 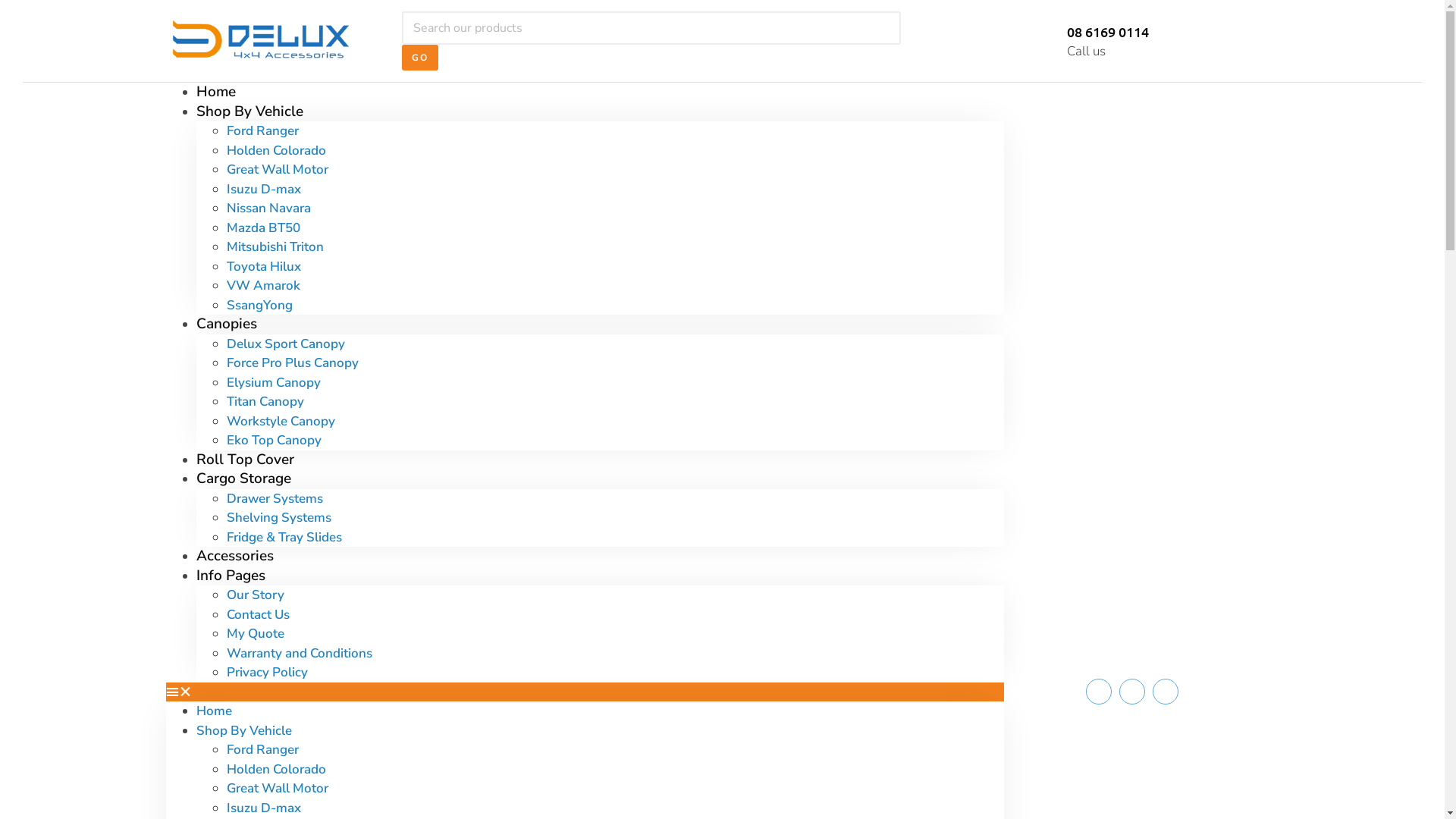 I want to click on 'Force Pro Plus Canopy', so click(x=291, y=362).